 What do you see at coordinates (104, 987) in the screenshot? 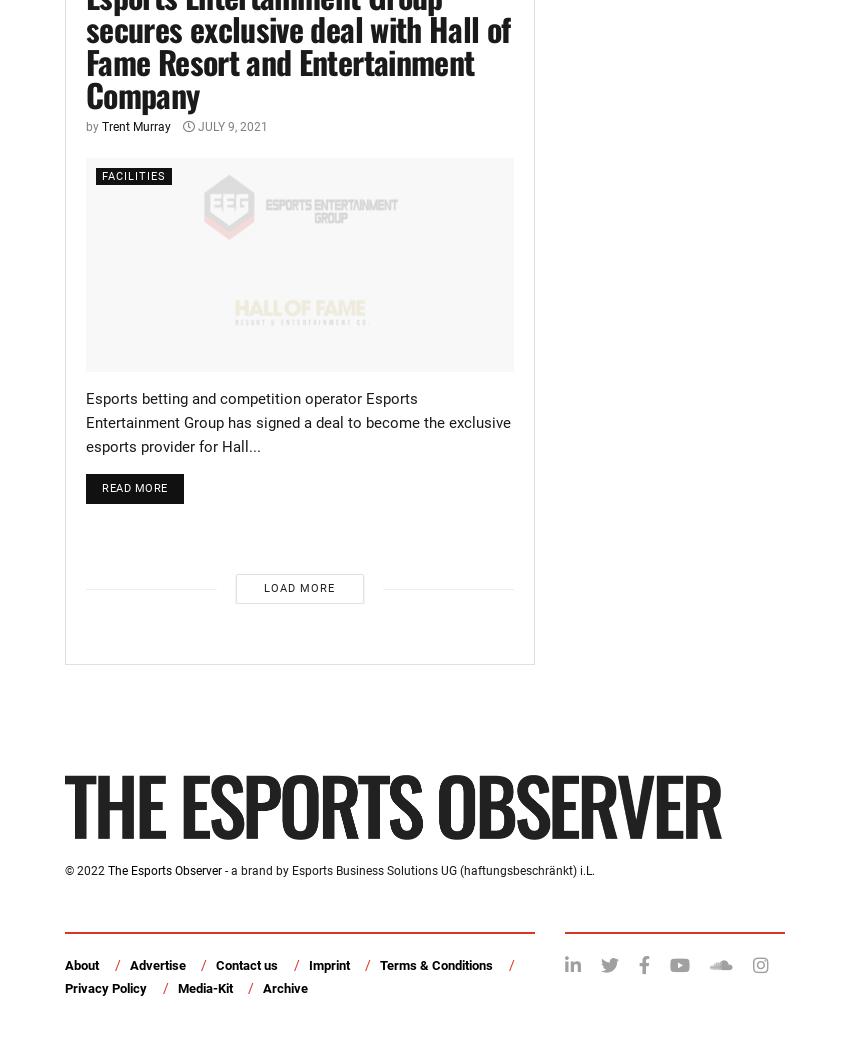
I see `'Privacy Policy'` at bounding box center [104, 987].